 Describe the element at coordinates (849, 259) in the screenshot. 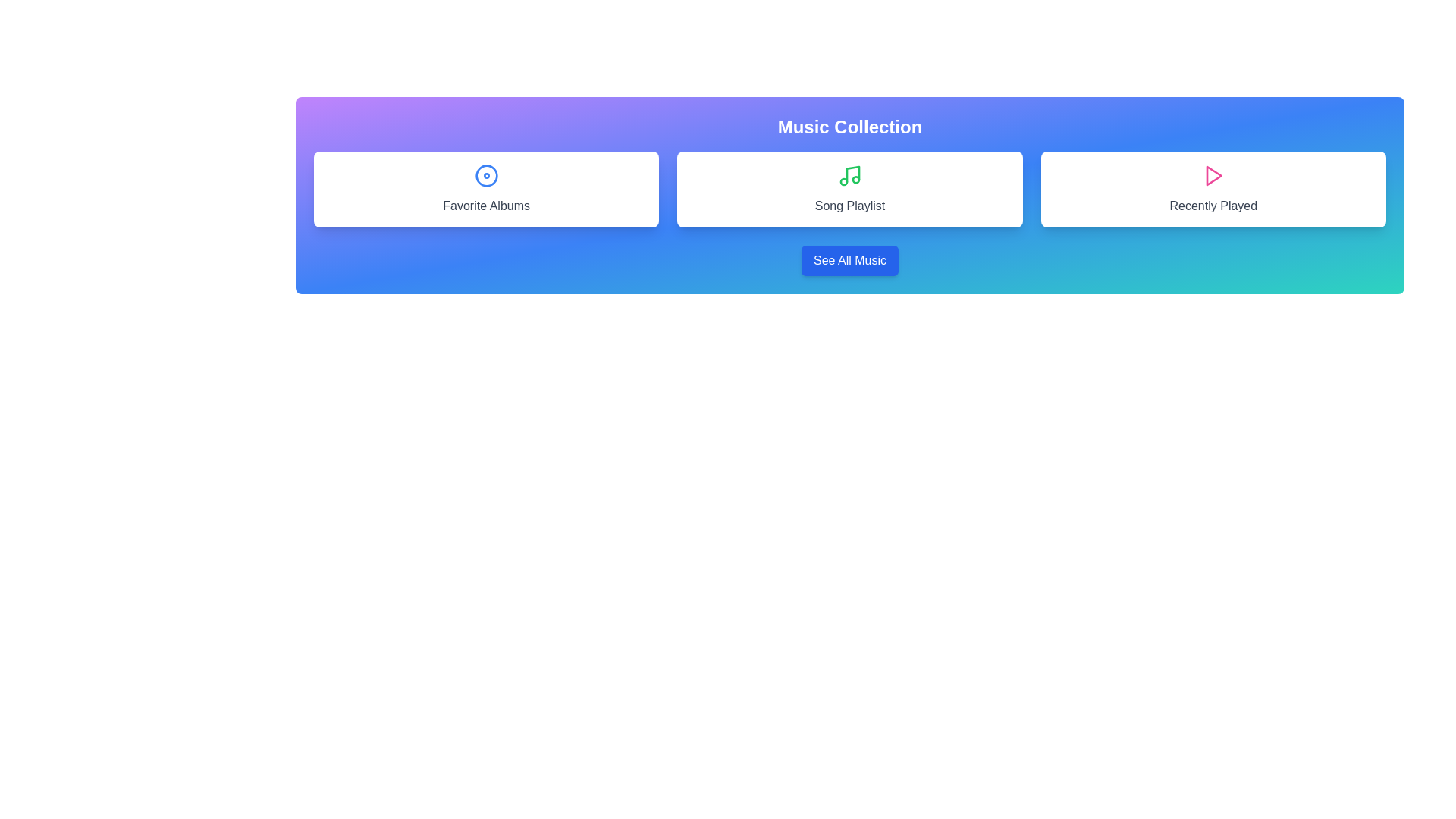

I see `the rectangular button labeled 'See All Music' with white text on a blue background, located at the bottom center of the 'Music Collection' section` at that location.